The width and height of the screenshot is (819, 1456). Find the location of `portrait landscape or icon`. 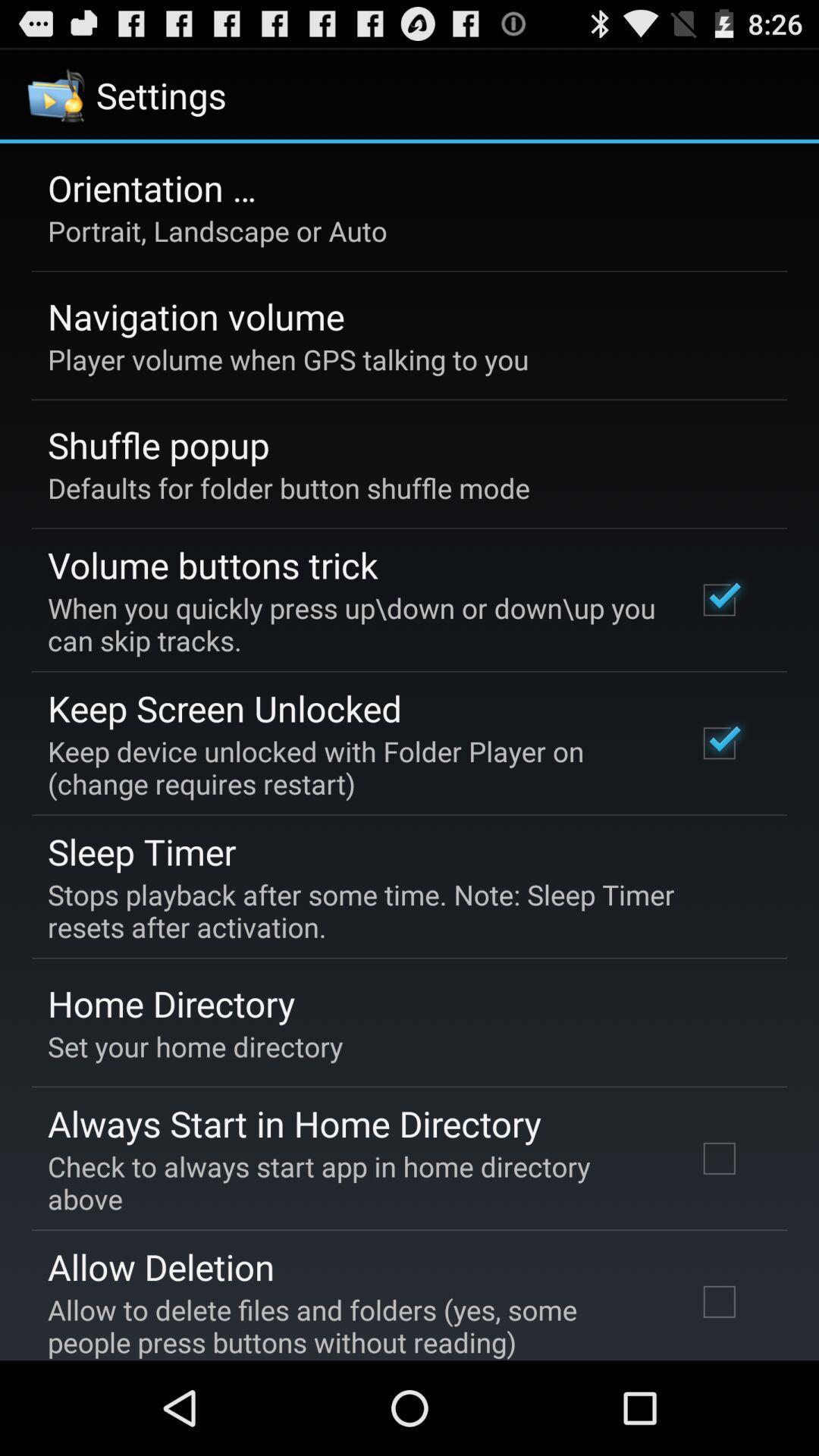

portrait landscape or icon is located at coordinates (217, 230).